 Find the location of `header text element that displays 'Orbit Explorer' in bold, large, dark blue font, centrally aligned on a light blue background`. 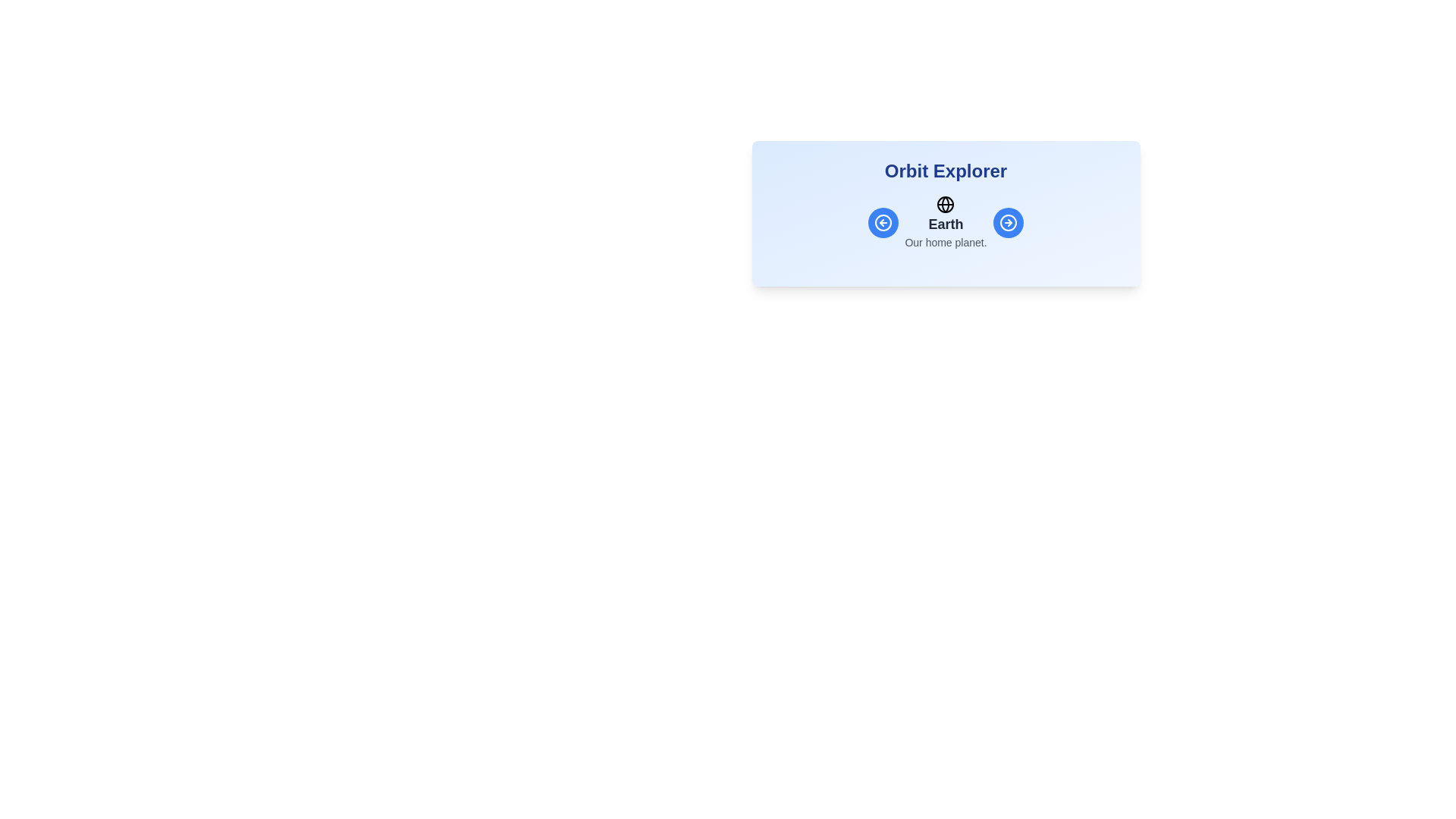

header text element that displays 'Orbit Explorer' in bold, large, dark blue font, centrally aligned on a light blue background is located at coordinates (945, 171).